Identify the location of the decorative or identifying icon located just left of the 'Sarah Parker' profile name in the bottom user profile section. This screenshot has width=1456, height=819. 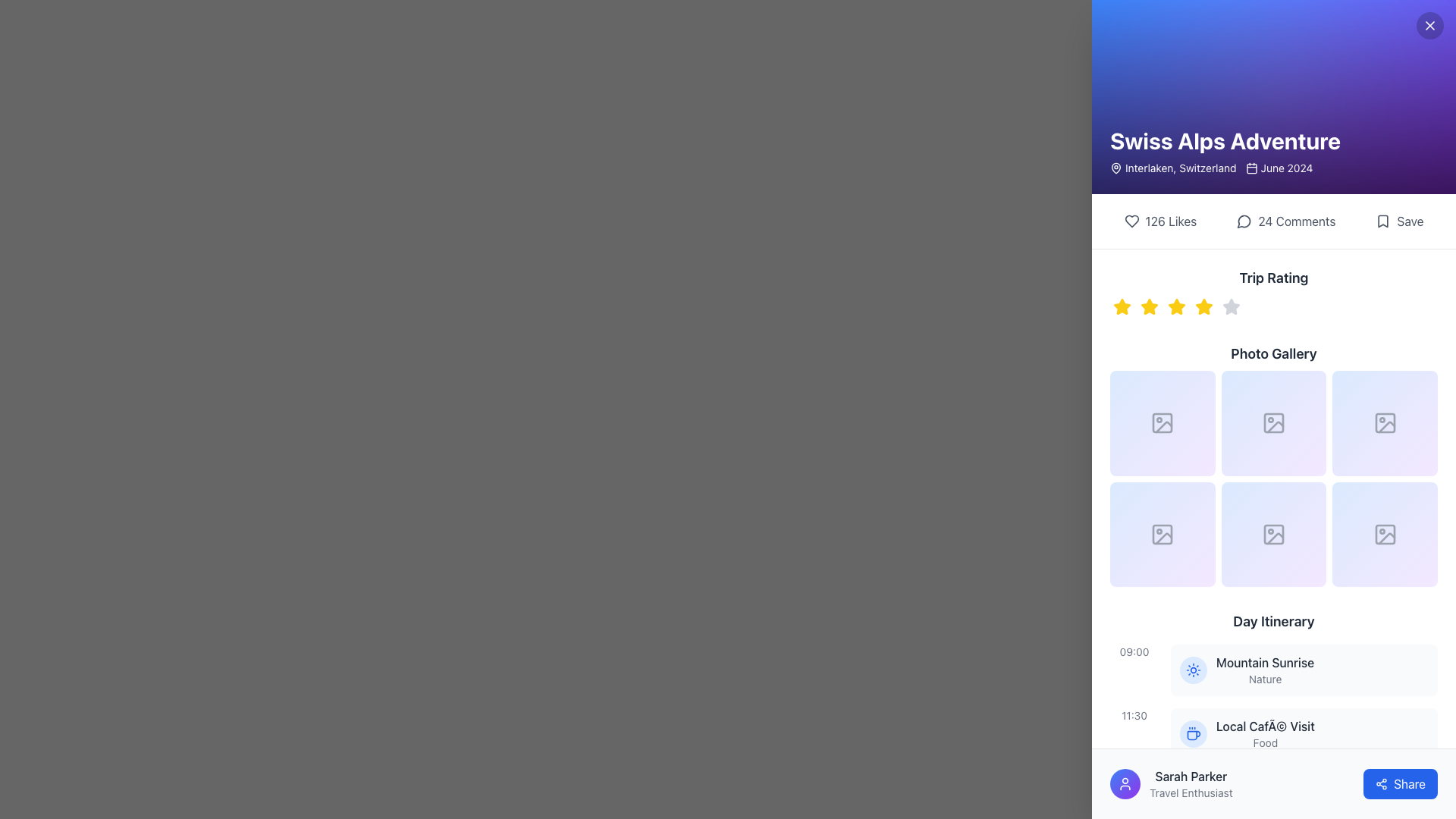
(1193, 797).